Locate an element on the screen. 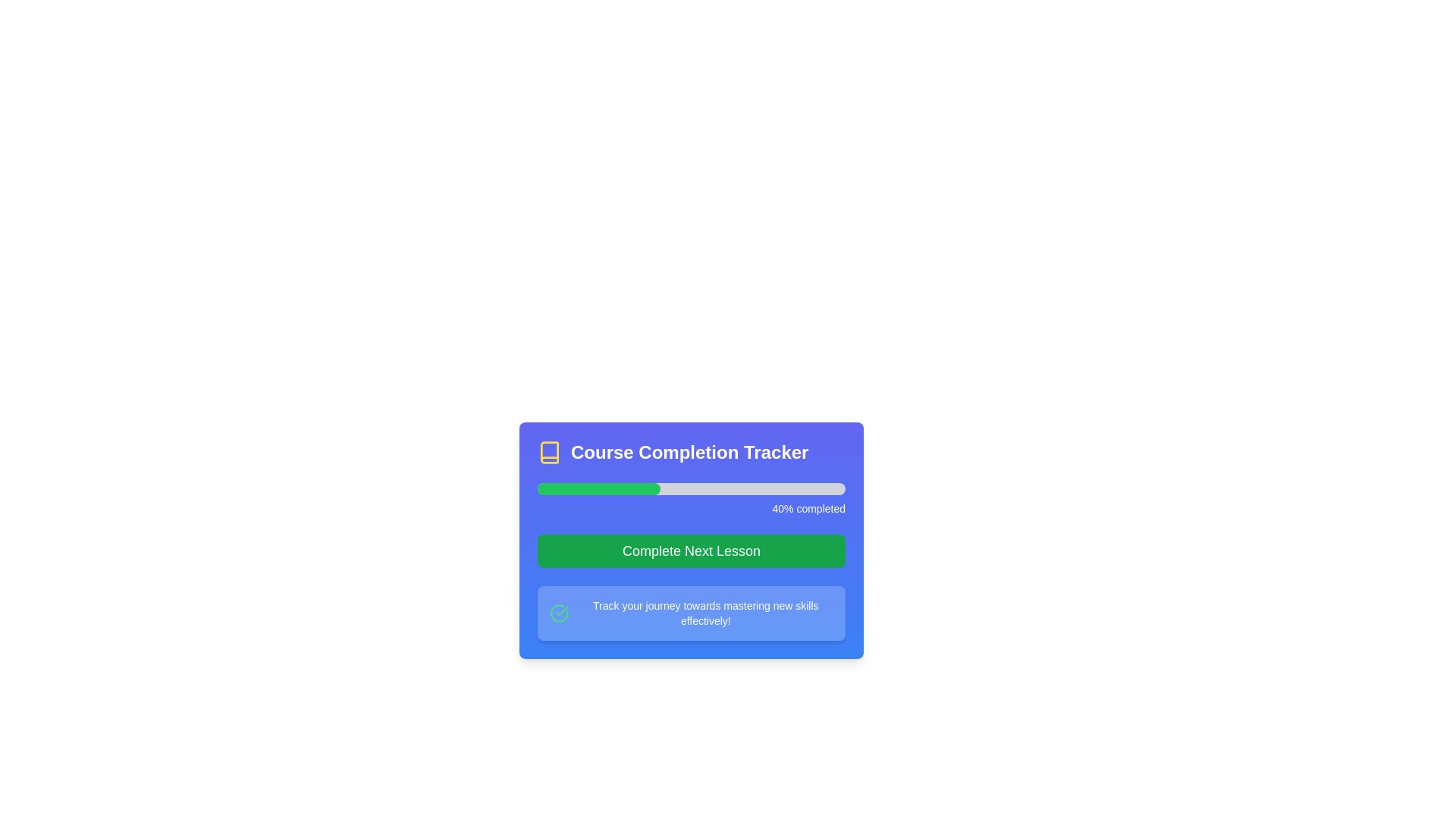  the green check mark icon, which signifies correctness or completion, located next to the phrase 'Track your journey towards mastering new skills effectively!' in the bottom section of the 'Course Completion Tracker' box is located at coordinates (558, 613).